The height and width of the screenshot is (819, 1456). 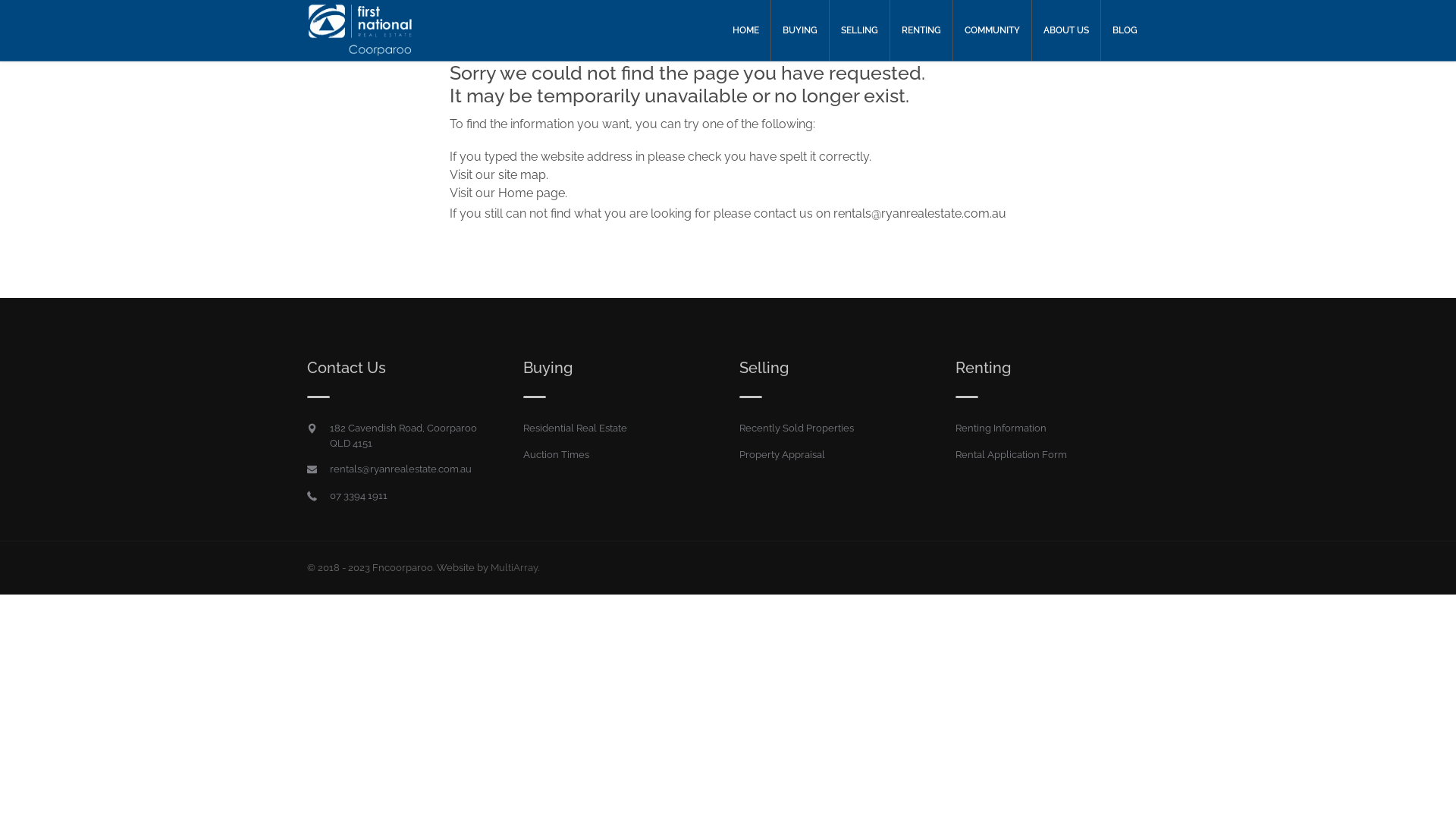 I want to click on 'Rental Application Form', so click(x=1011, y=453).